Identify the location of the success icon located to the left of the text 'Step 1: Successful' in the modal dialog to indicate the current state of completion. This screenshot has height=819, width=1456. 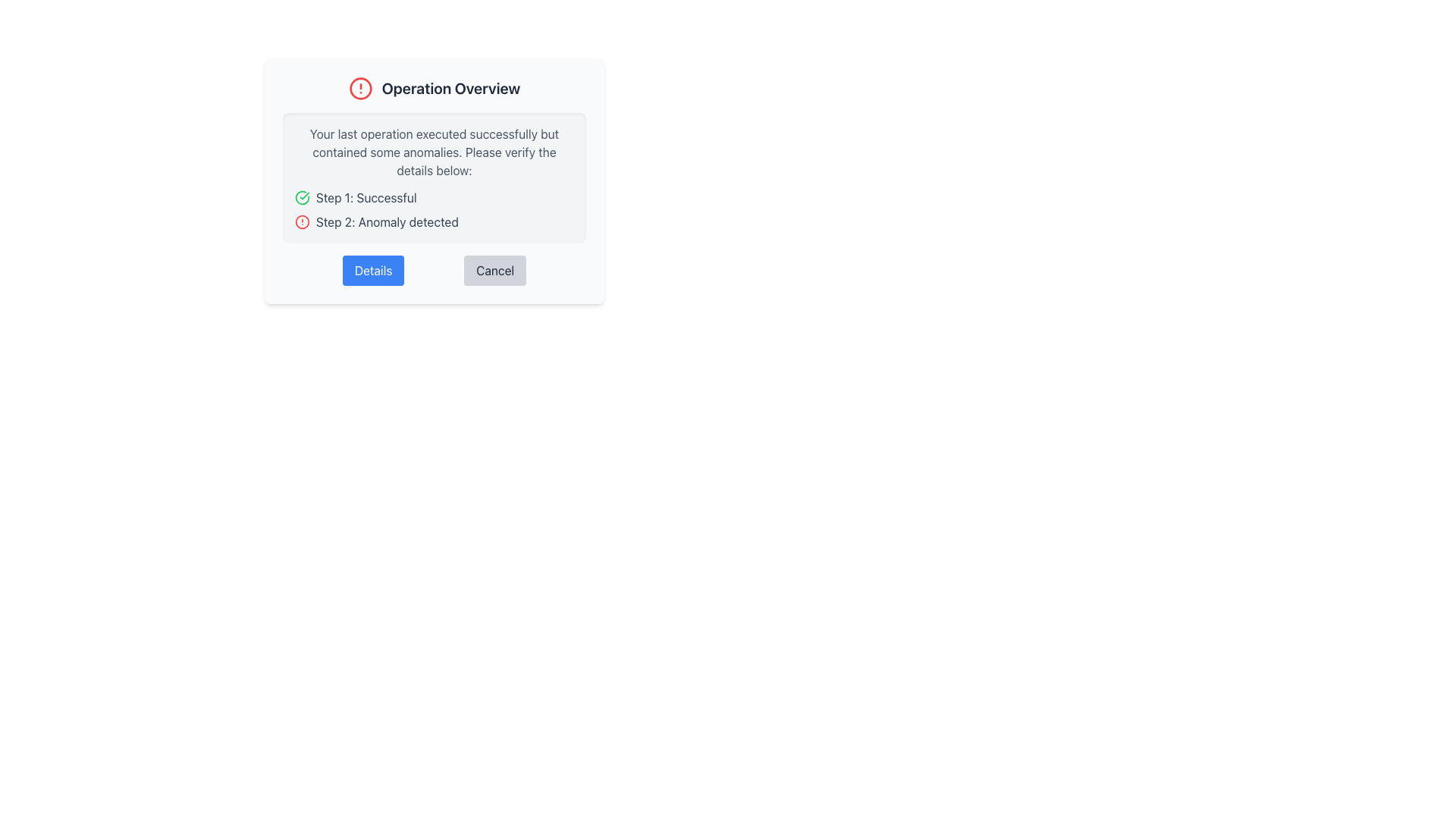
(302, 197).